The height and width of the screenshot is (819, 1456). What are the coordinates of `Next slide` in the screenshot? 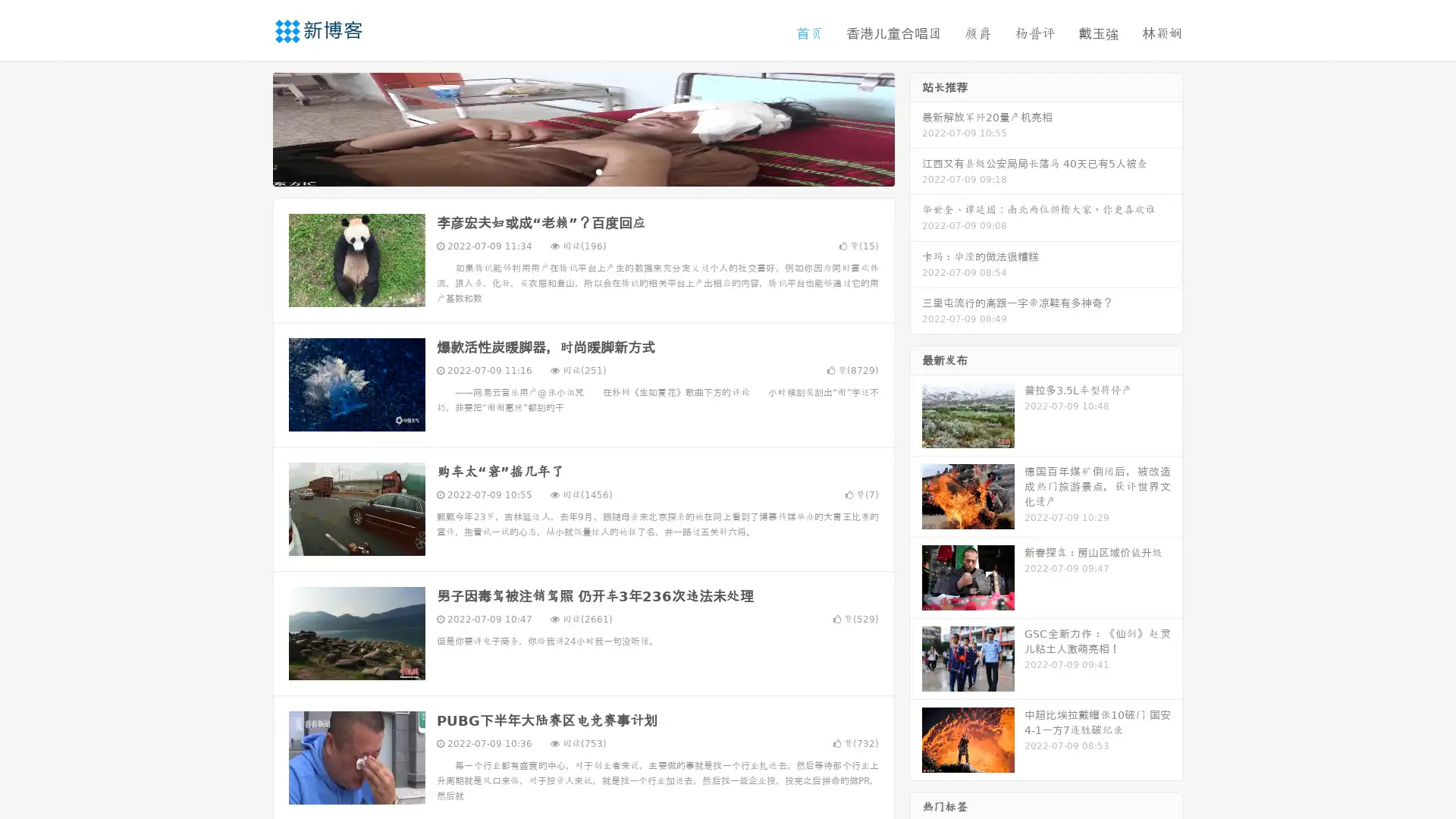 It's located at (916, 127).